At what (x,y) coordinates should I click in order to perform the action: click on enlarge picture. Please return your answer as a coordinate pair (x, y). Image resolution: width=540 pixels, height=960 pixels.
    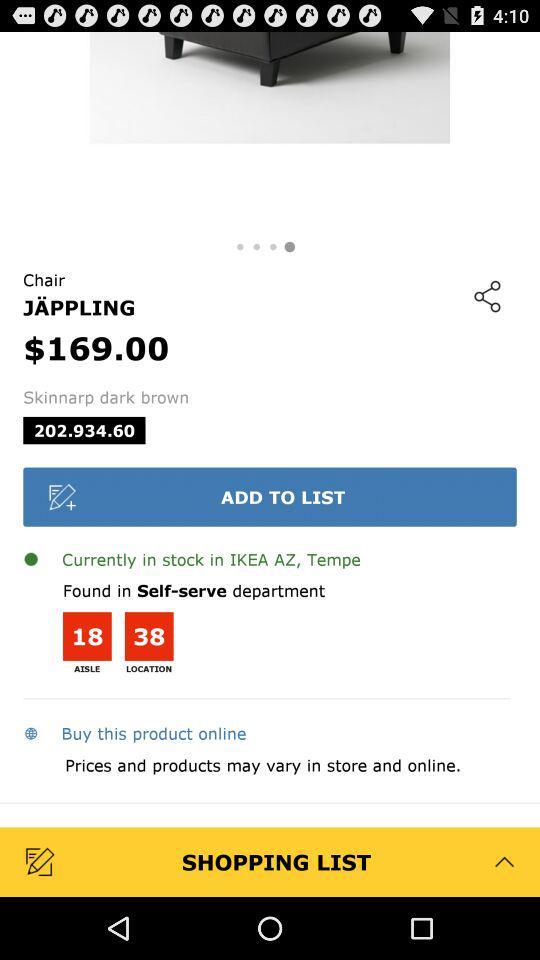
    Looking at the image, I should click on (270, 131).